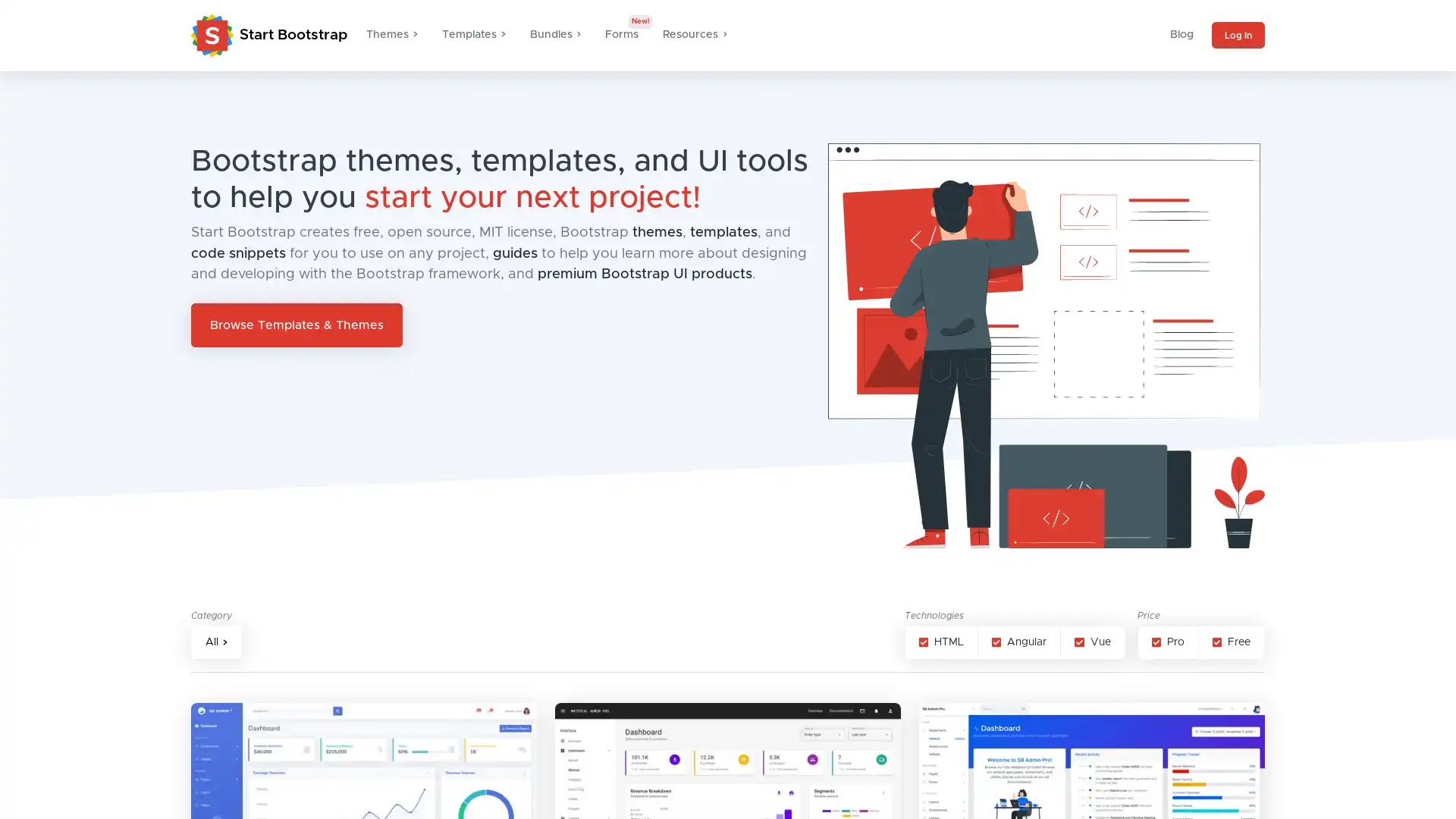  Describe the element at coordinates (1238, 34) in the screenshot. I see `Log In` at that location.